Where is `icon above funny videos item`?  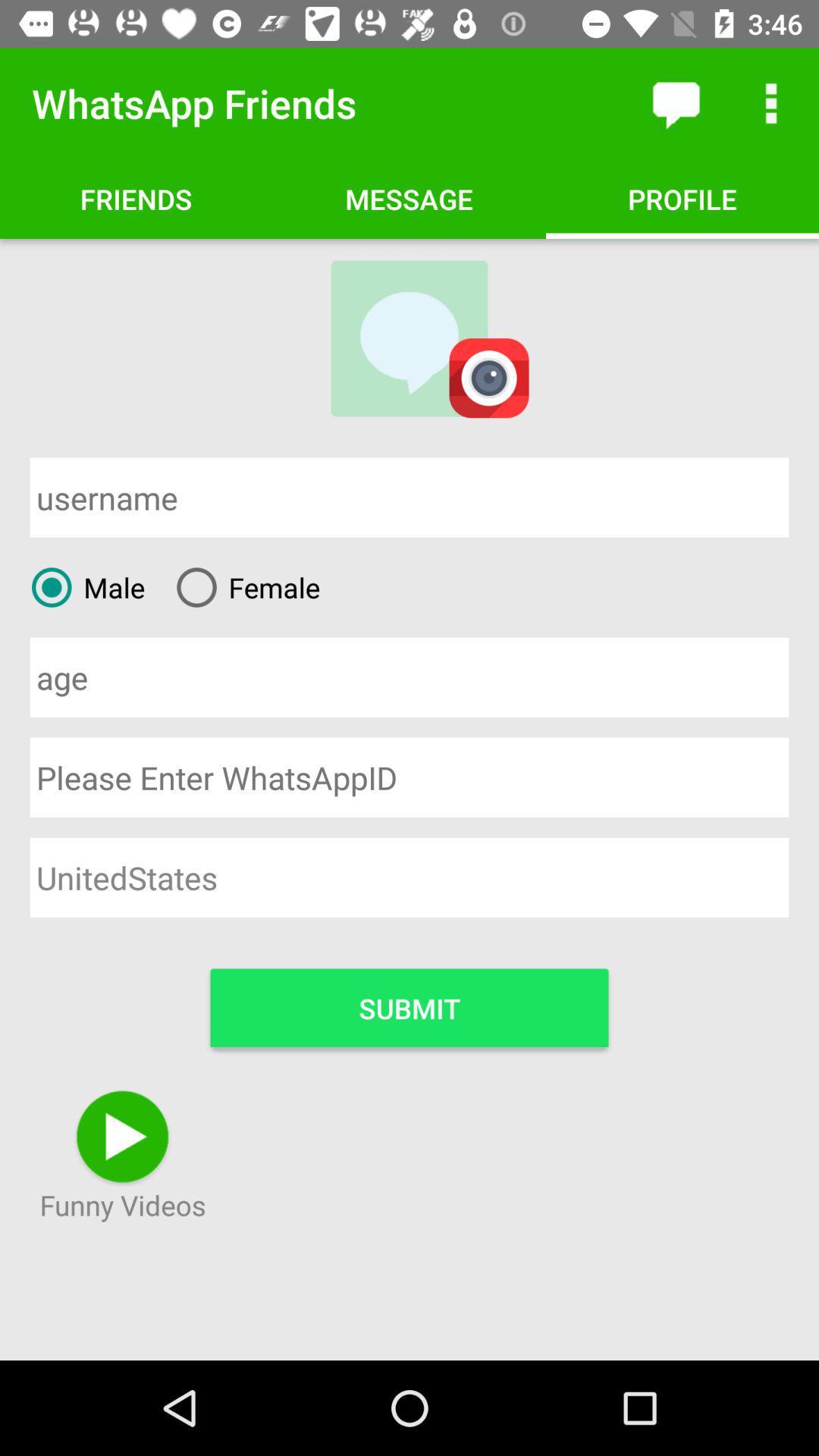 icon above funny videos item is located at coordinates (409, 1007).